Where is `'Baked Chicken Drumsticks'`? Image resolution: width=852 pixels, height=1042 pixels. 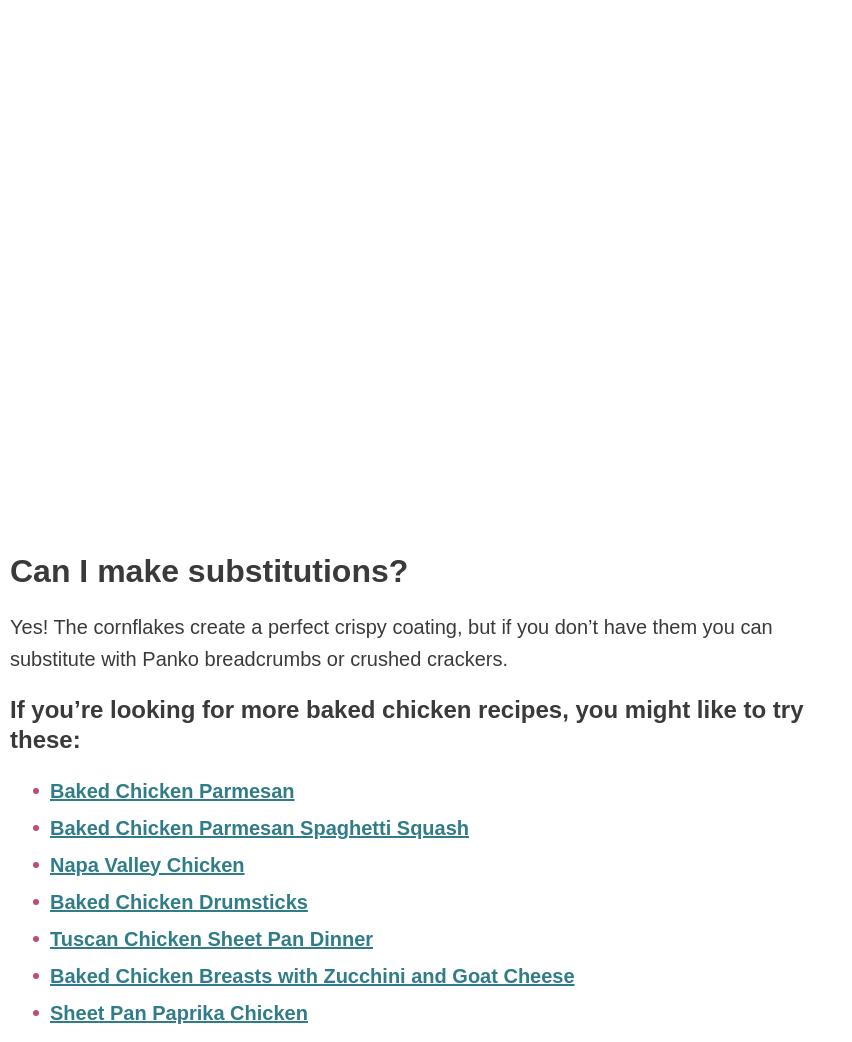
'Baked Chicken Drumsticks' is located at coordinates (178, 900).